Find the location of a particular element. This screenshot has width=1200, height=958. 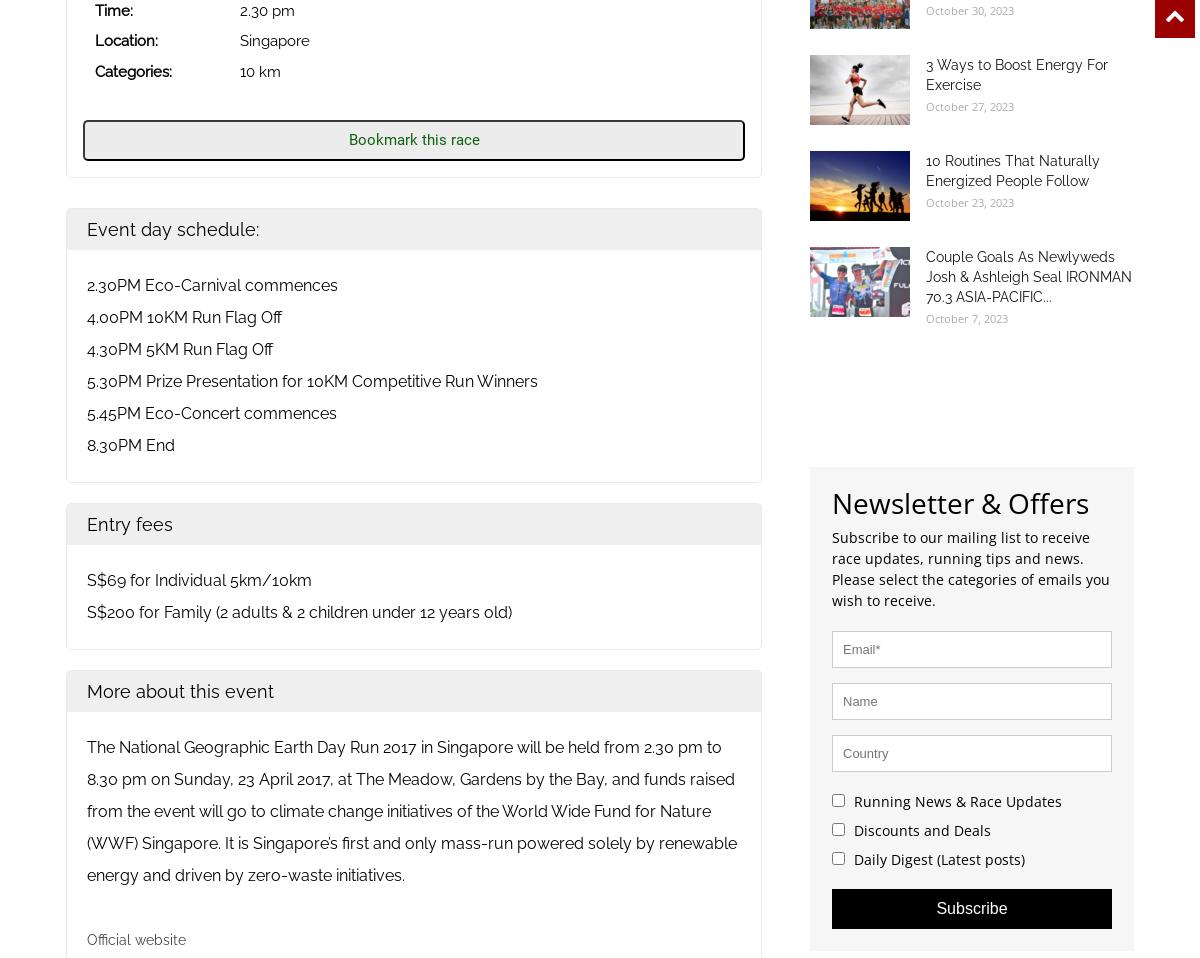

'Location:' is located at coordinates (126, 39).